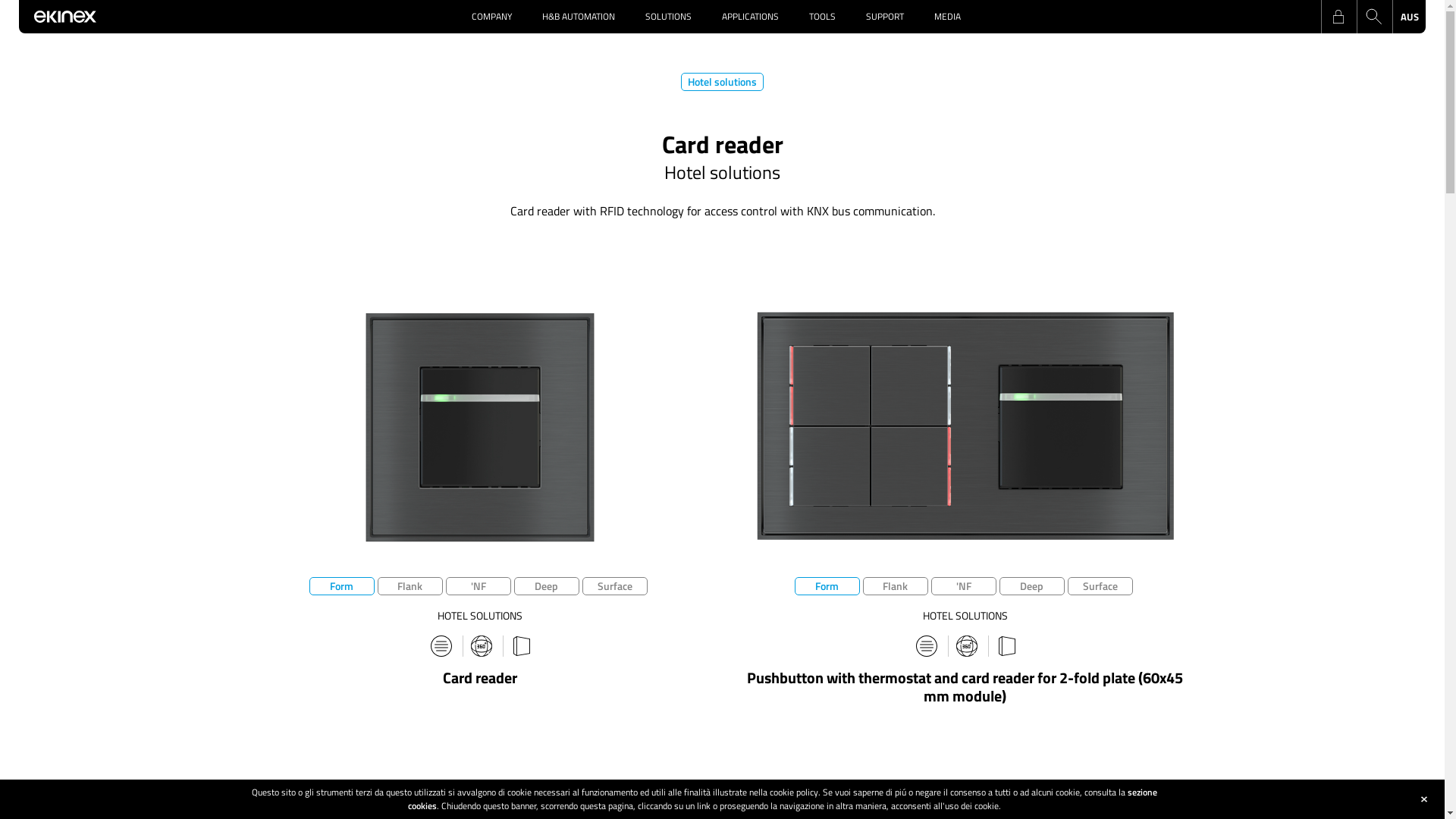 The width and height of the screenshot is (1456, 819). I want to click on 'APPLICATIONS', so click(705, 17).